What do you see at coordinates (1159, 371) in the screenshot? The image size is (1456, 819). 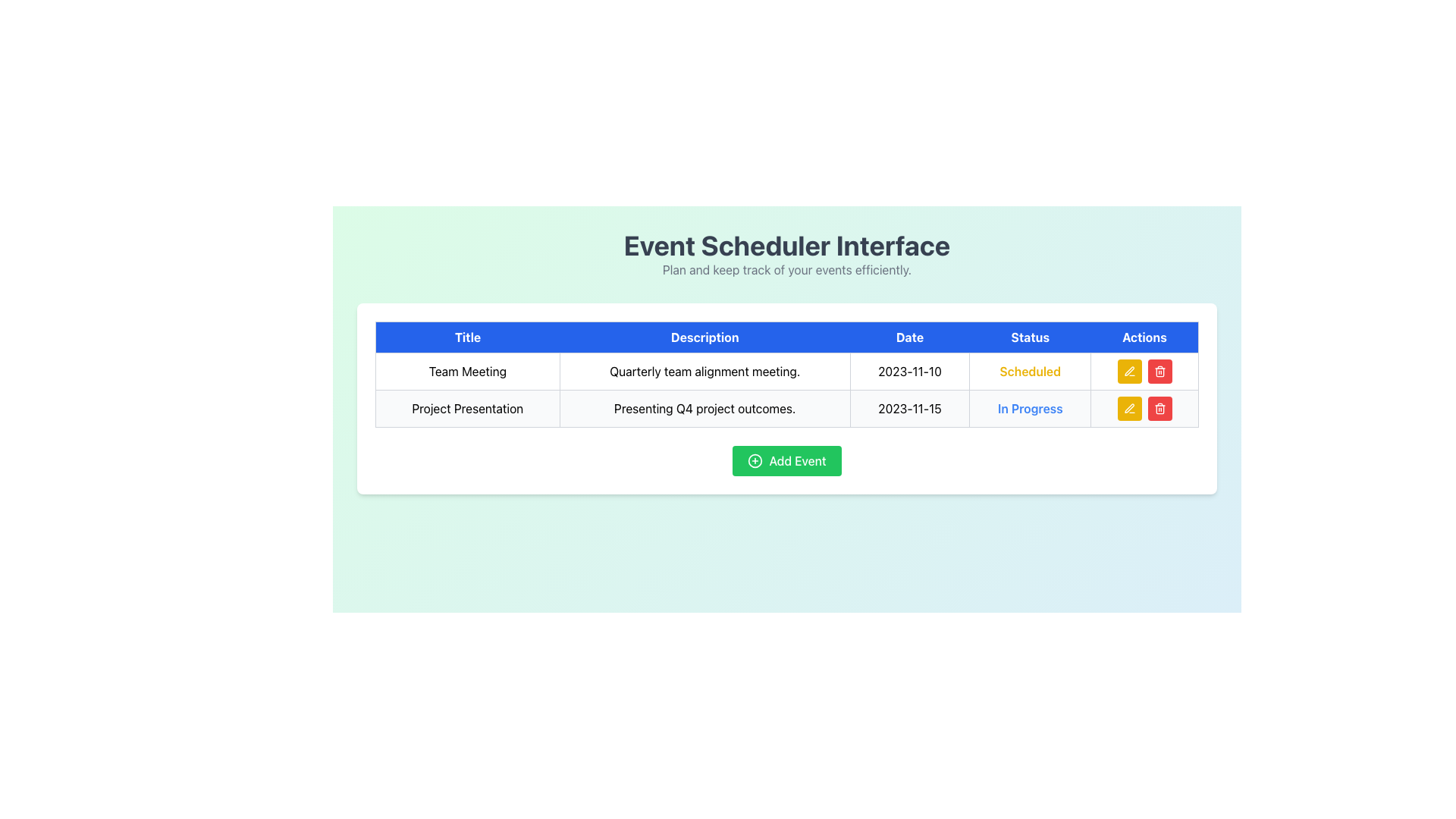 I see `the red square button with a trashcan icon` at bounding box center [1159, 371].